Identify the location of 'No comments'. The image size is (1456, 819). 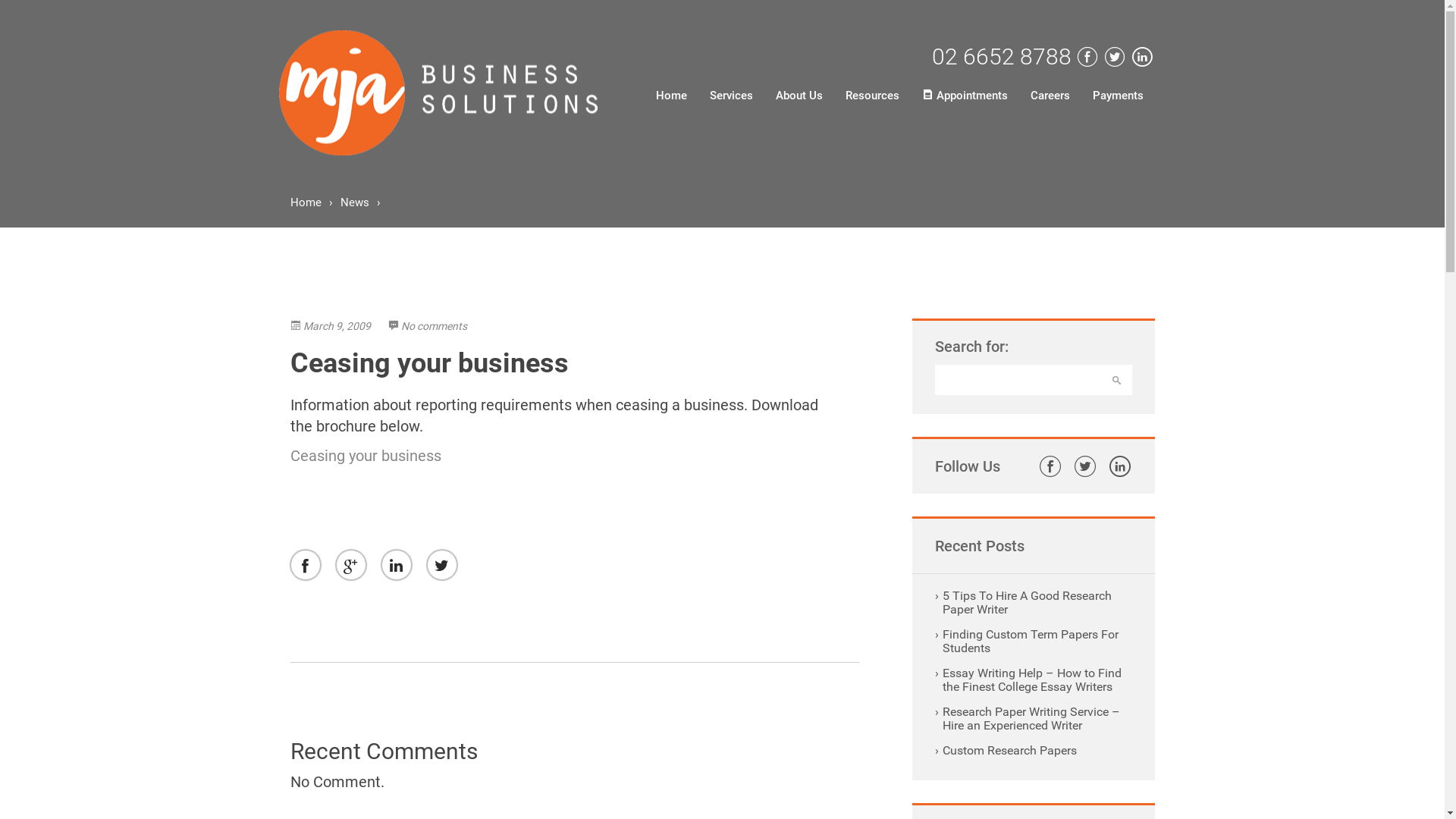
(427, 325).